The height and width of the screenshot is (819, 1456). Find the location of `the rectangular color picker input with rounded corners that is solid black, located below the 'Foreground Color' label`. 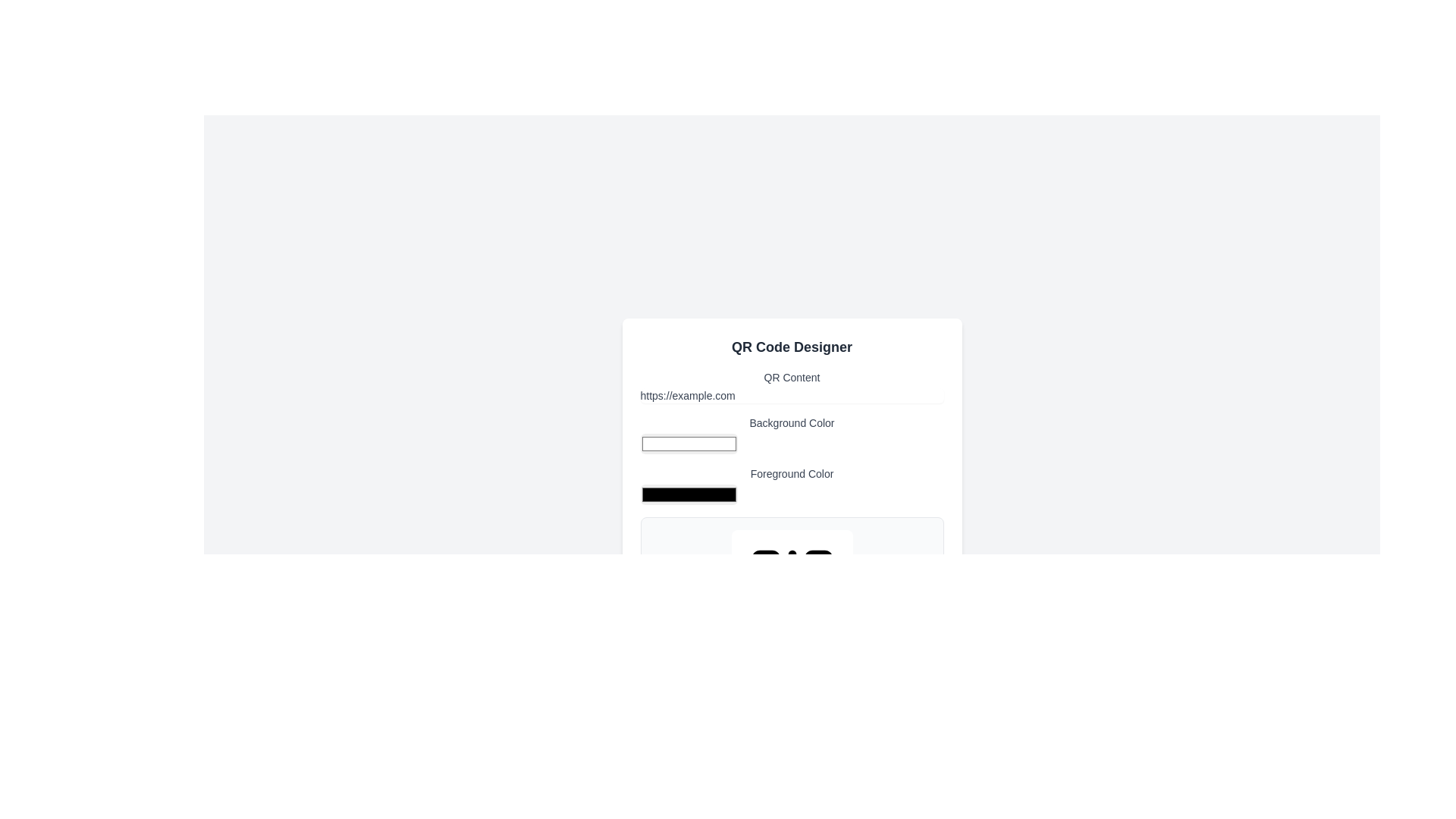

the rectangular color picker input with rounded corners that is solid black, located below the 'Foreground Color' label is located at coordinates (688, 494).